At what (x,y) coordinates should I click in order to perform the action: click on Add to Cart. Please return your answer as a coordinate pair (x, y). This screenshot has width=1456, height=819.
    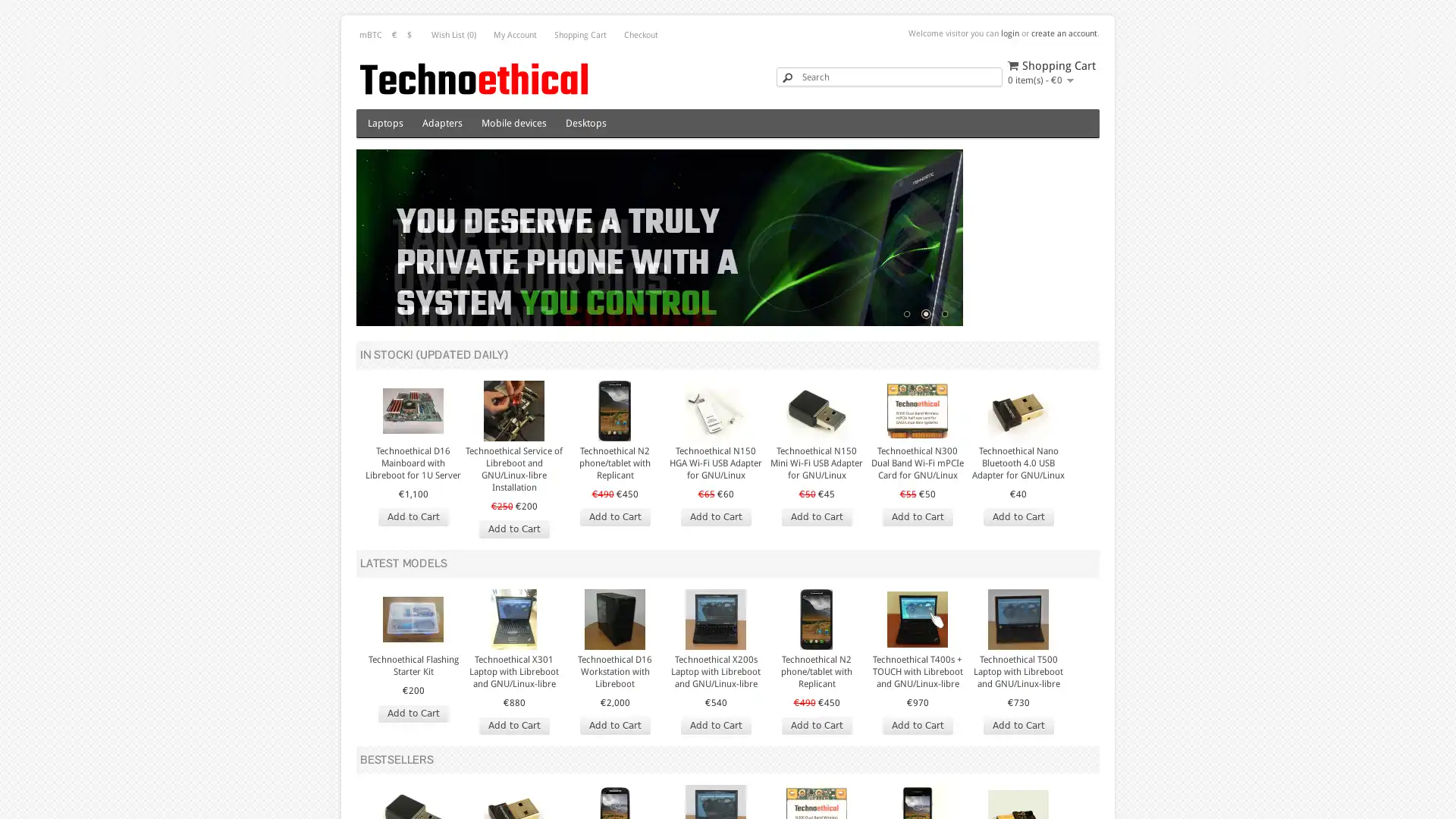
    Looking at the image, I should click on (714, 567).